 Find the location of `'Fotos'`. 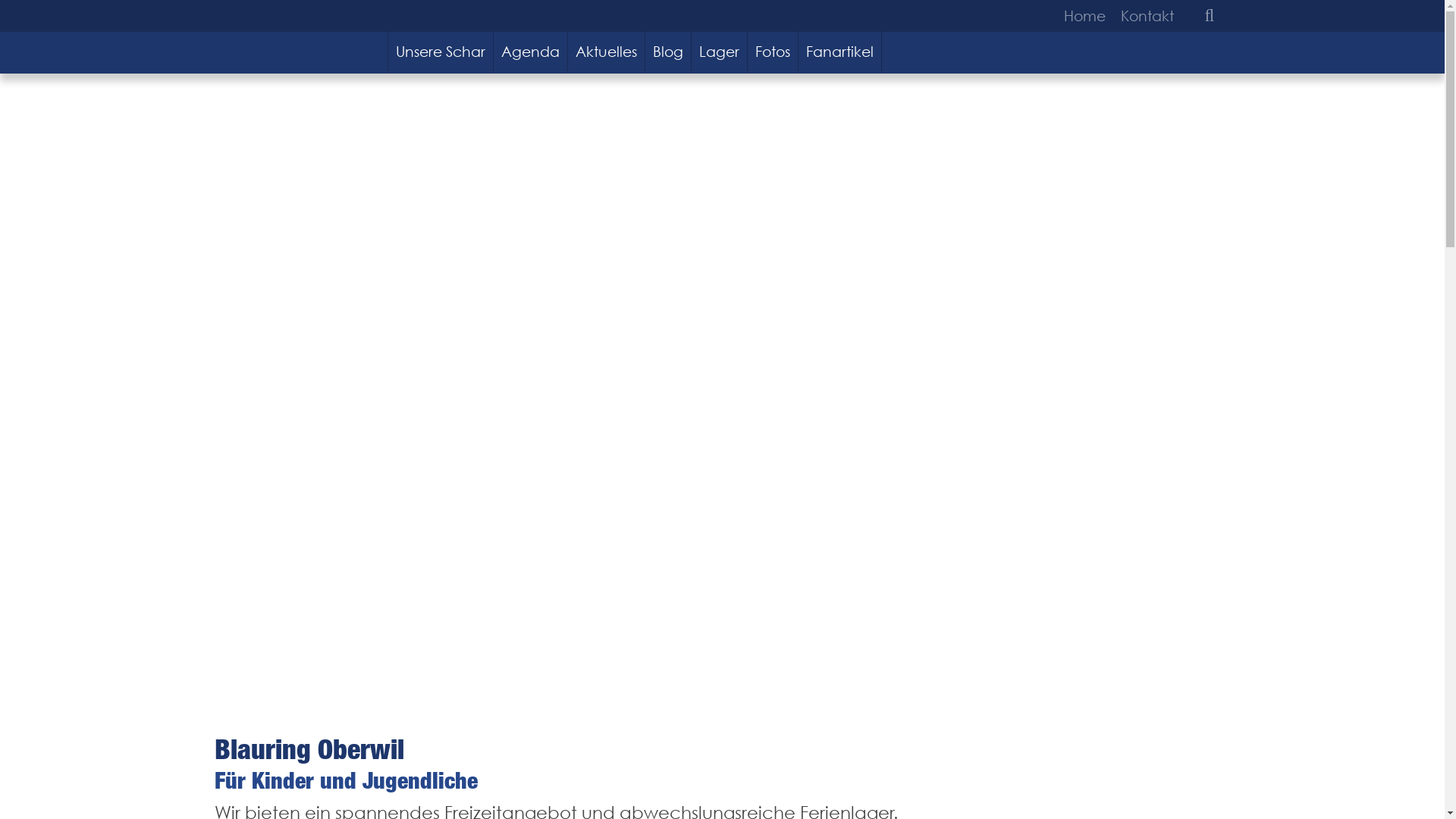

'Fotos' is located at coordinates (773, 51).